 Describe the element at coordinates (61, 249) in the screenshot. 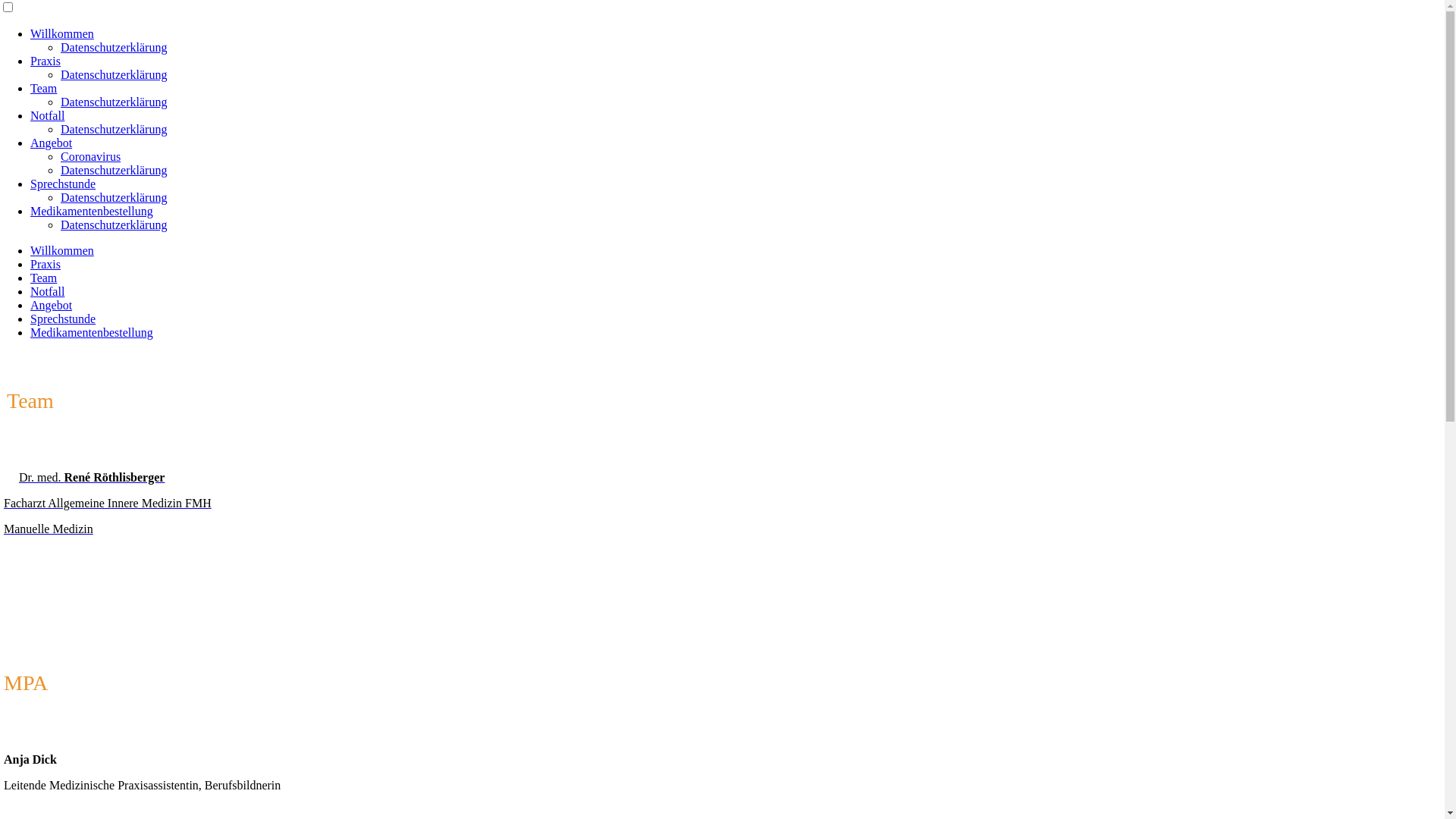

I see `'Willkommen'` at that location.